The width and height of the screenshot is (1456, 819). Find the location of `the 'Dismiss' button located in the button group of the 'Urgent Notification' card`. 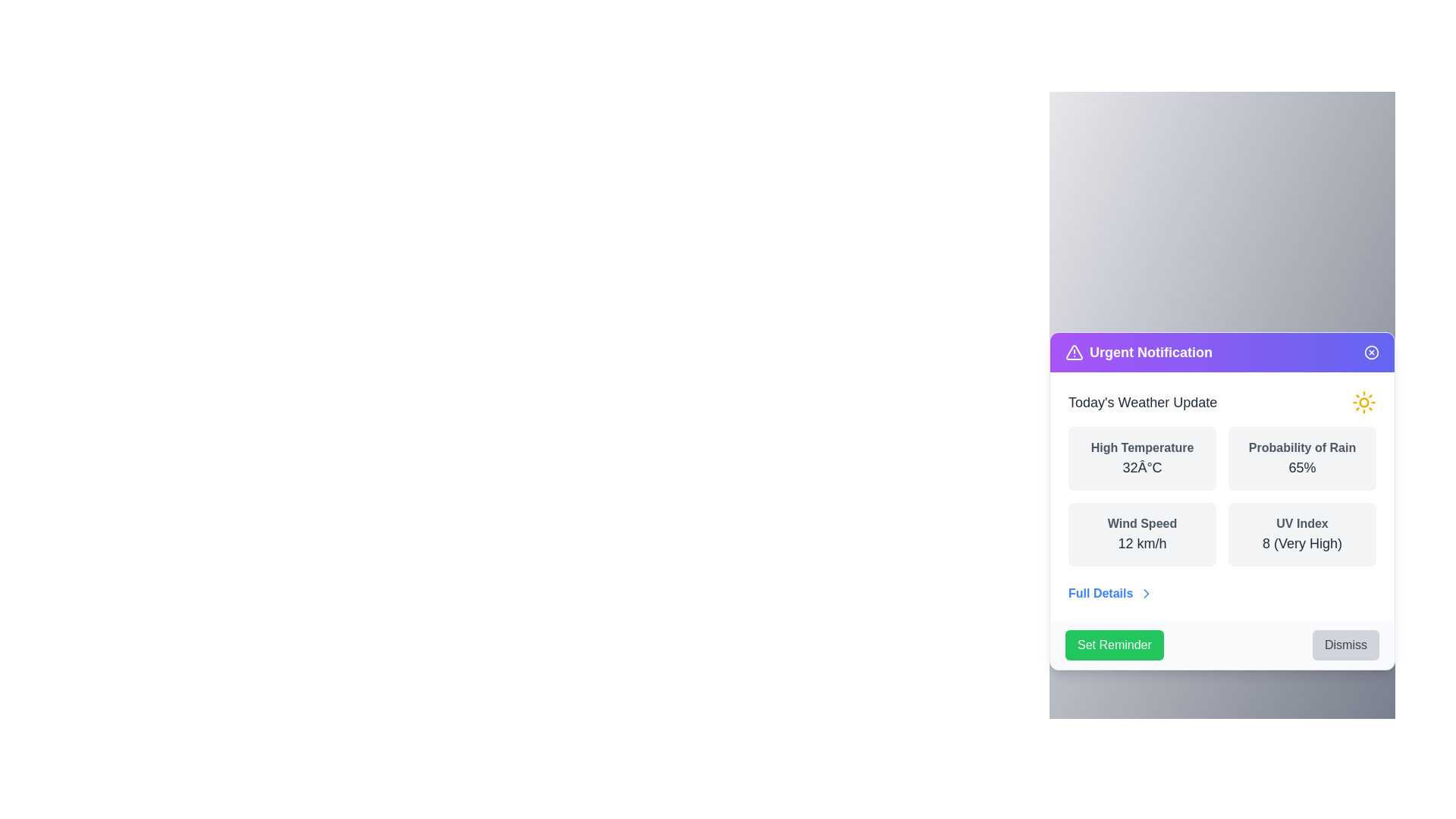

the 'Dismiss' button located in the button group of the 'Urgent Notification' card is located at coordinates (1222, 645).